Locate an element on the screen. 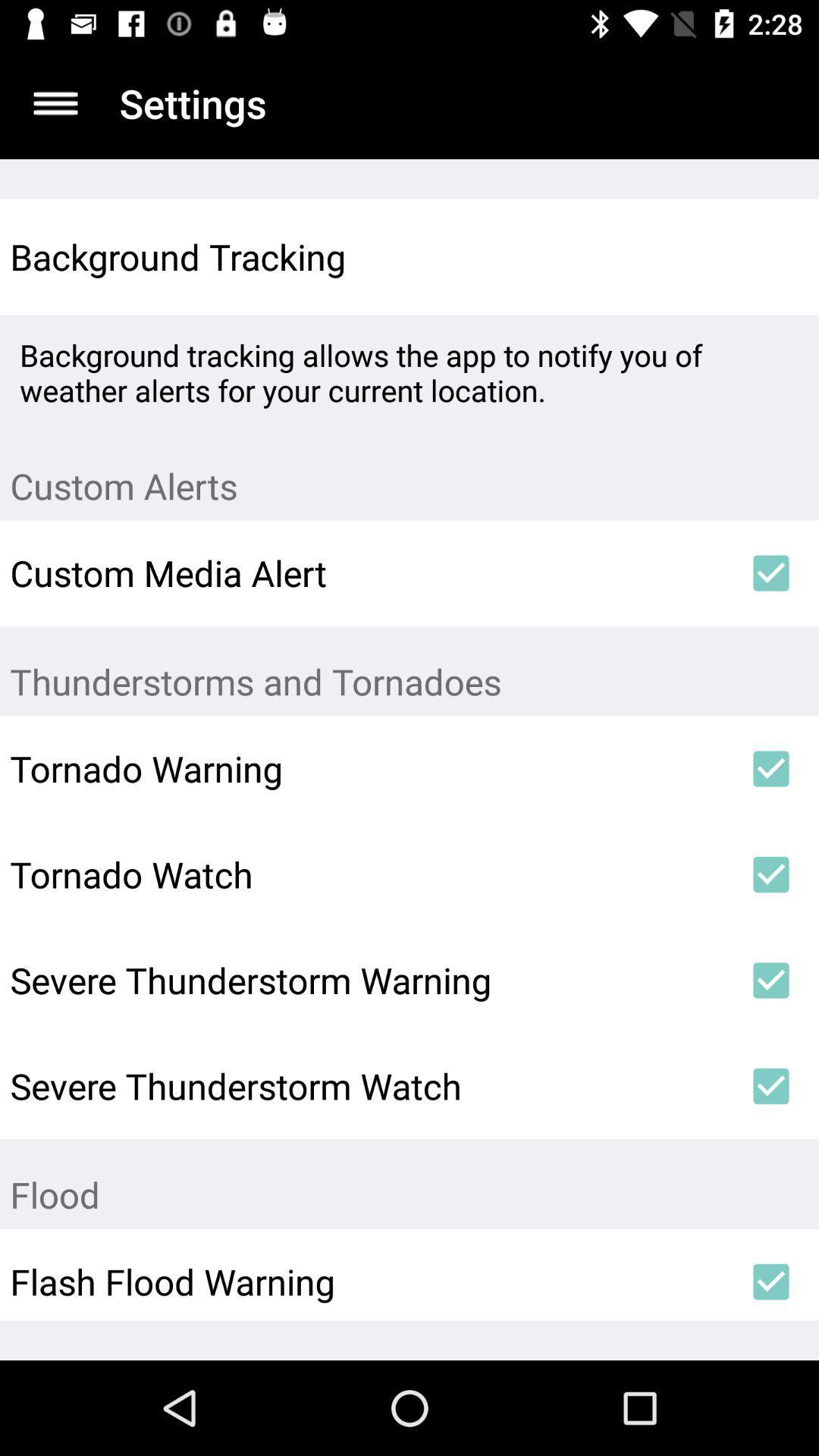  the icon next to the tornado warning is located at coordinates (771, 768).